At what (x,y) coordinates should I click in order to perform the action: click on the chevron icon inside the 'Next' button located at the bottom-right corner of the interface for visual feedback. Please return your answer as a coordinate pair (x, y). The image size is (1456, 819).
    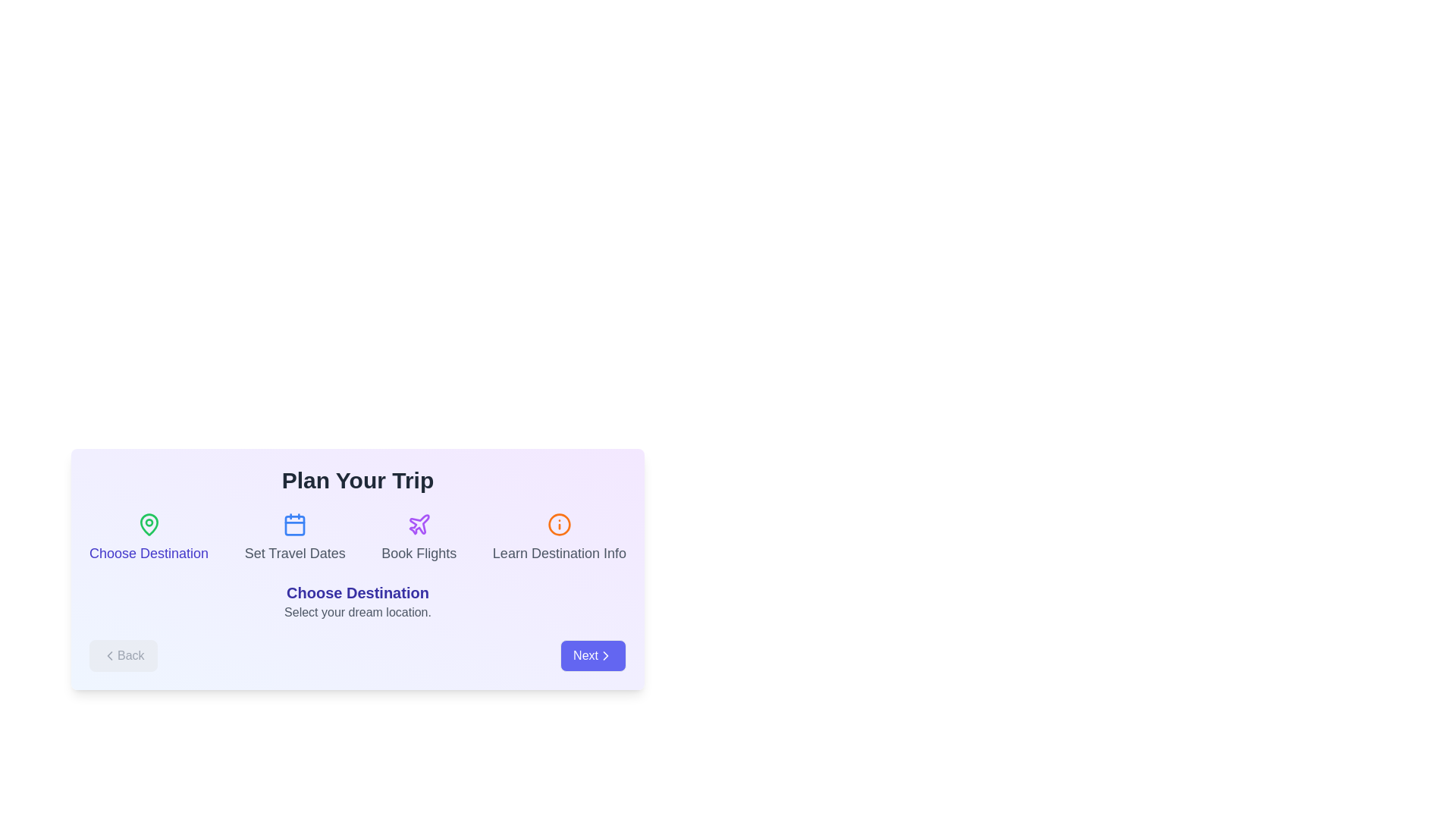
    Looking at the image, I should click on (604, 654).